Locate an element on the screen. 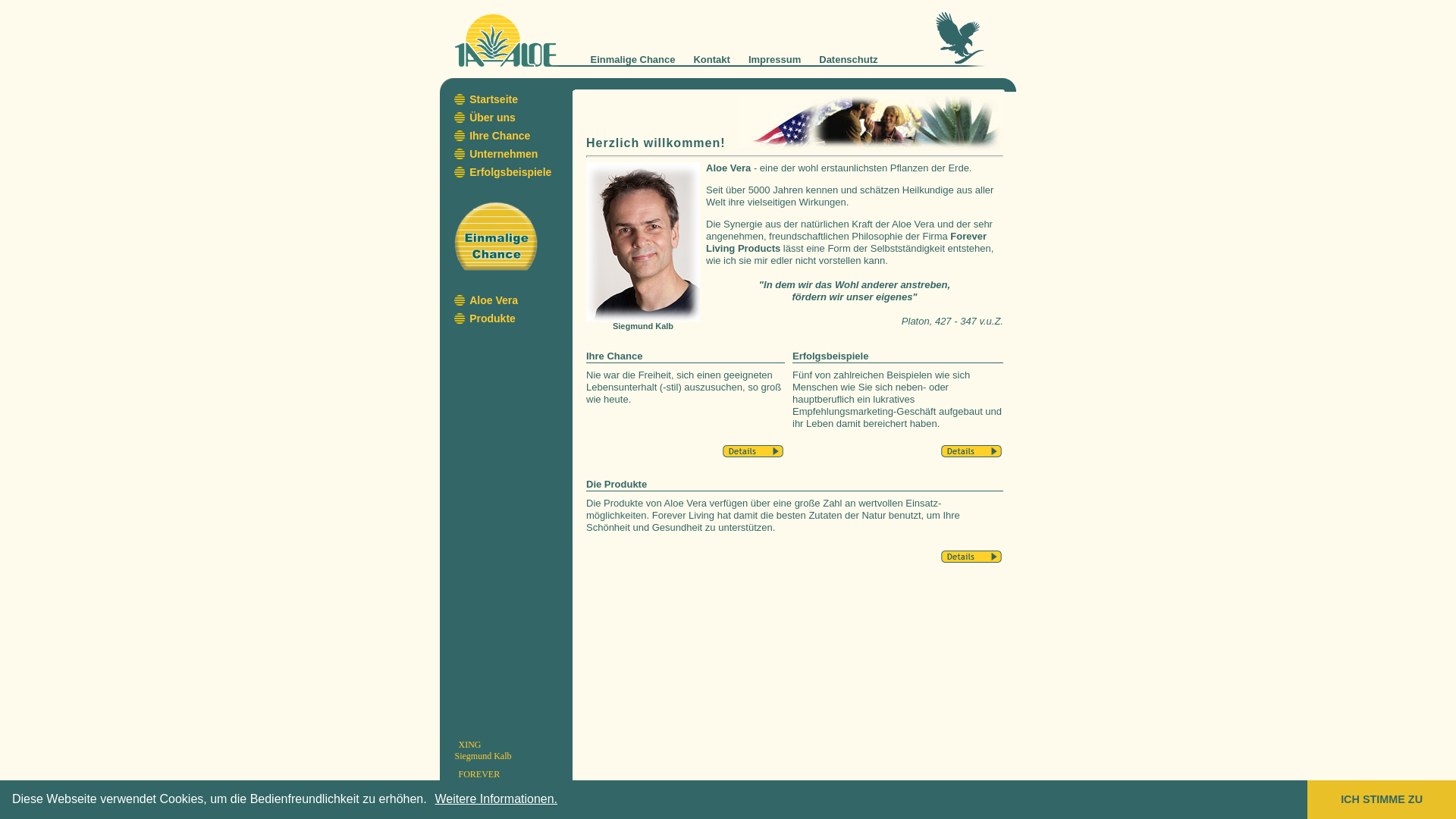 Image resolution: width=1456 pixels, height=819 pixels. 'Impressum' is located at coordinates (748, 58).